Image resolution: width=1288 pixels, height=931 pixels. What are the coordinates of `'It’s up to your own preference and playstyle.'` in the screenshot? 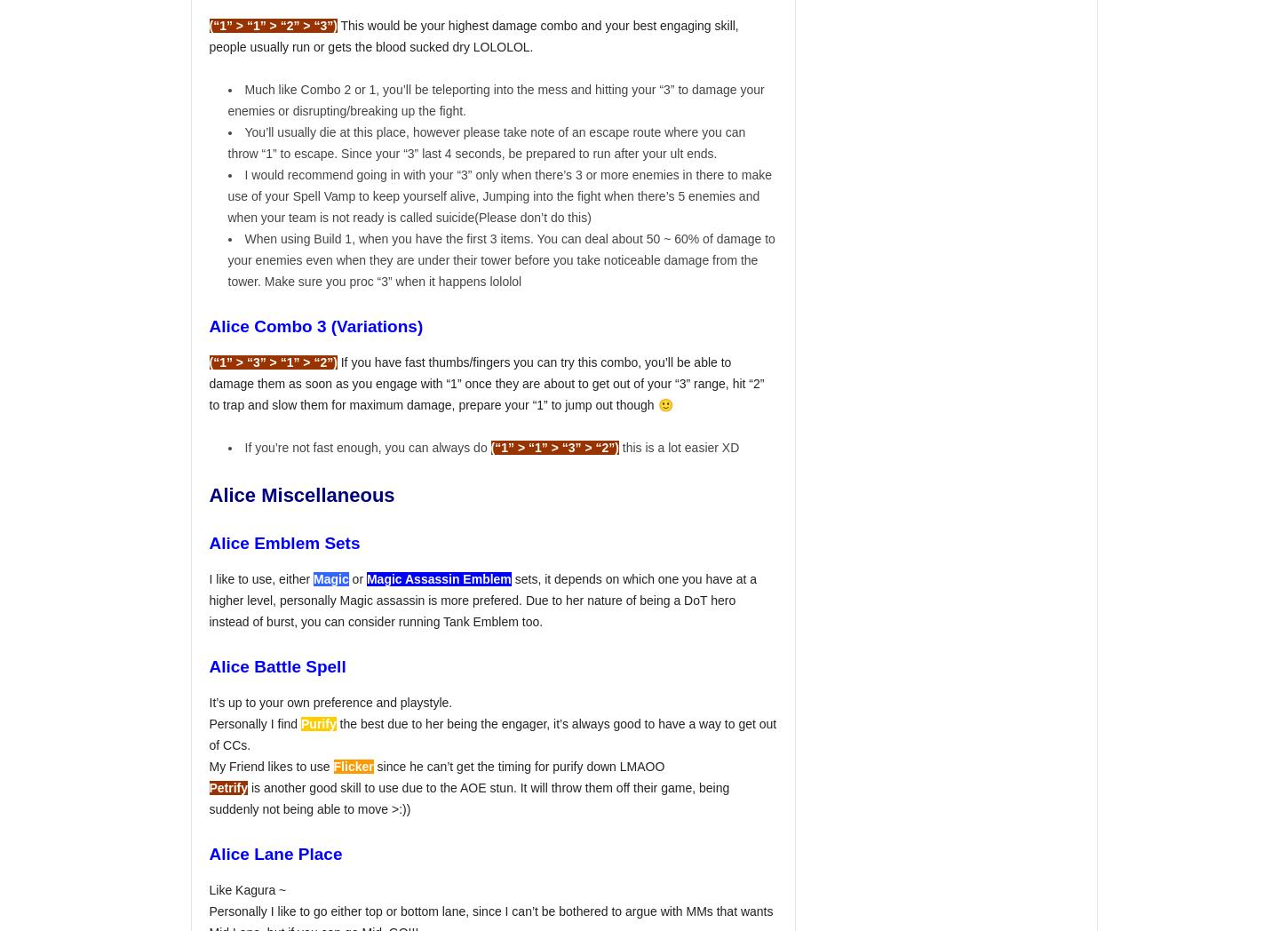 It's located at (208, 702).